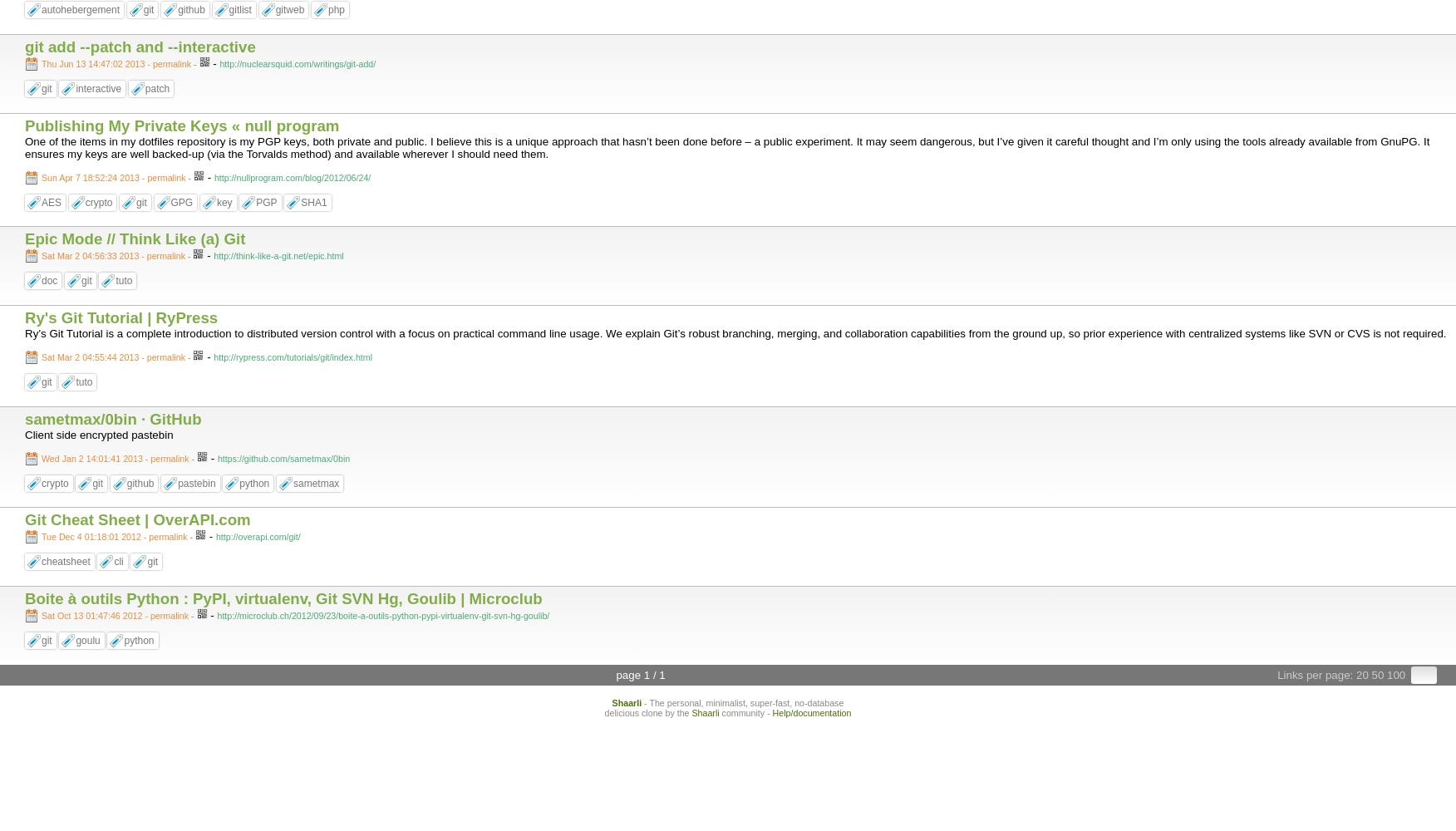 This screenshot has width=1456, height=831. What do you see at coordinates (114, 614) in the screenshot?
I see `'Sat Oct 13 01:47:46 2012 - permalink'` at bounding box center [114, 614].